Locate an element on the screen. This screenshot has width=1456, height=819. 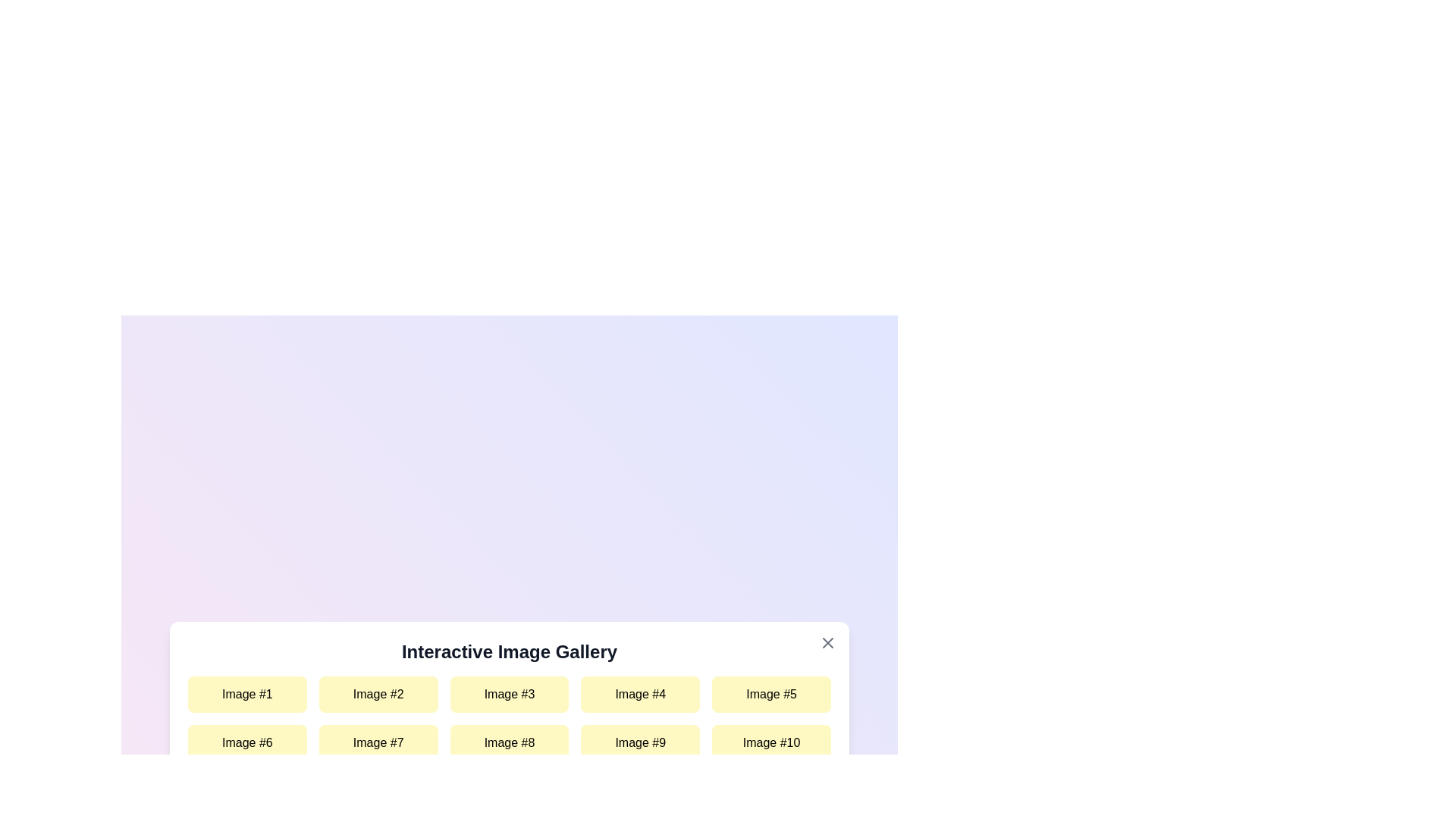
close button in the top-right corner of the dialog is located at coordinates (827, 643).